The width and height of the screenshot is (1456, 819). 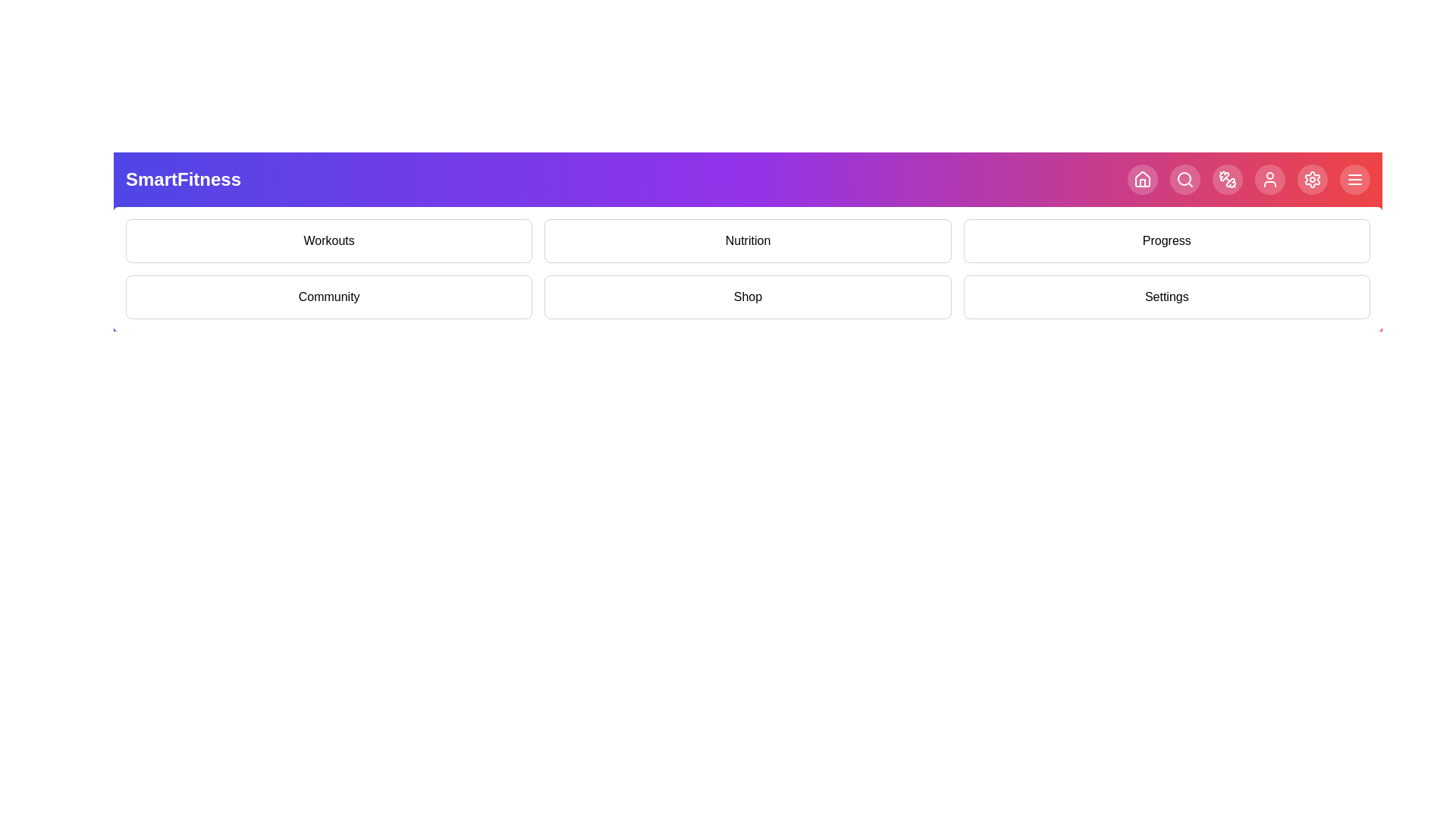 I want to click on the navigation icon corresponding to Settings, so click(x=1312, y=178).